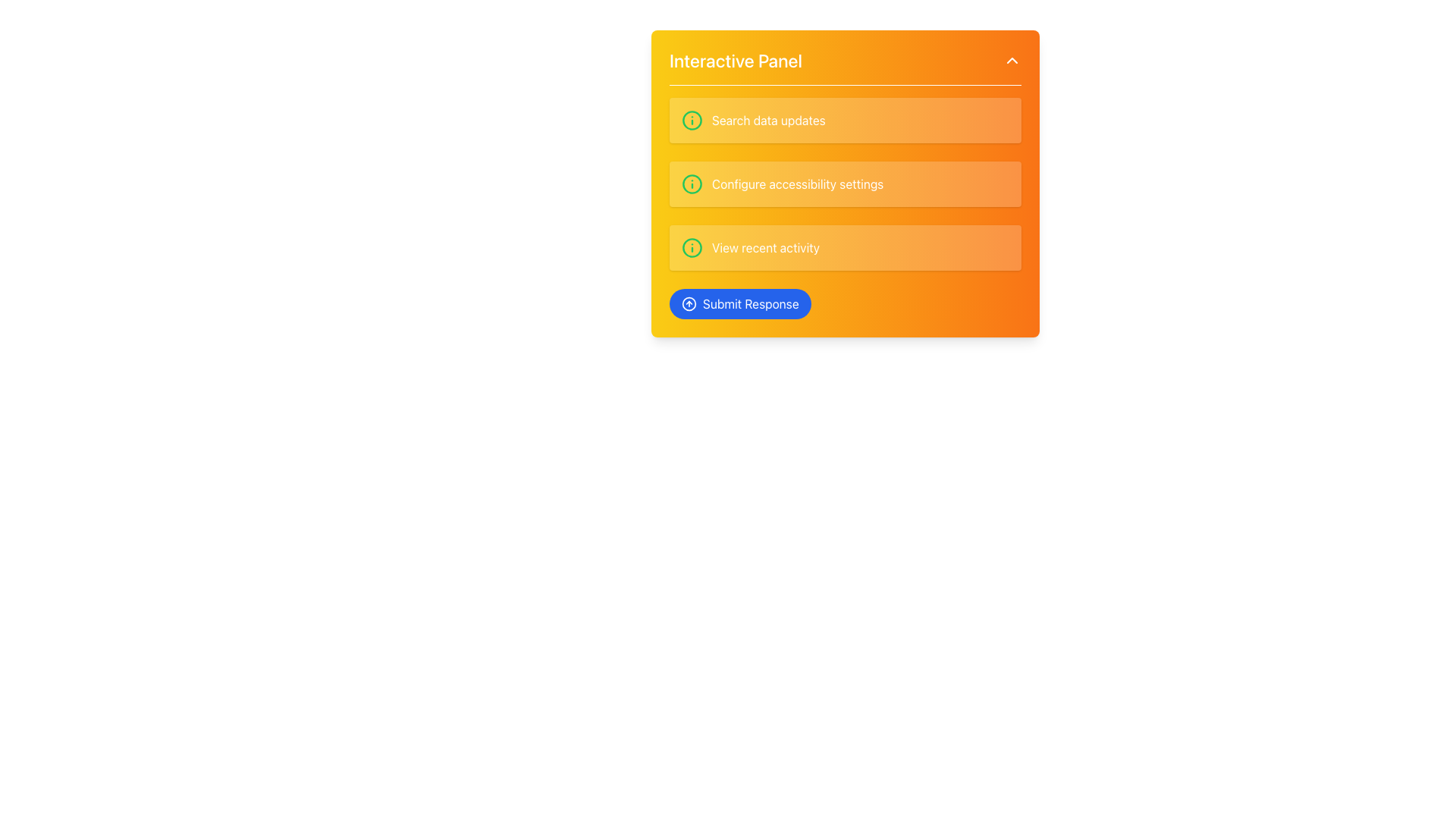  I want to click on the final submission button located in the orange-themed 'Interactive Panel', so click(740, 304).